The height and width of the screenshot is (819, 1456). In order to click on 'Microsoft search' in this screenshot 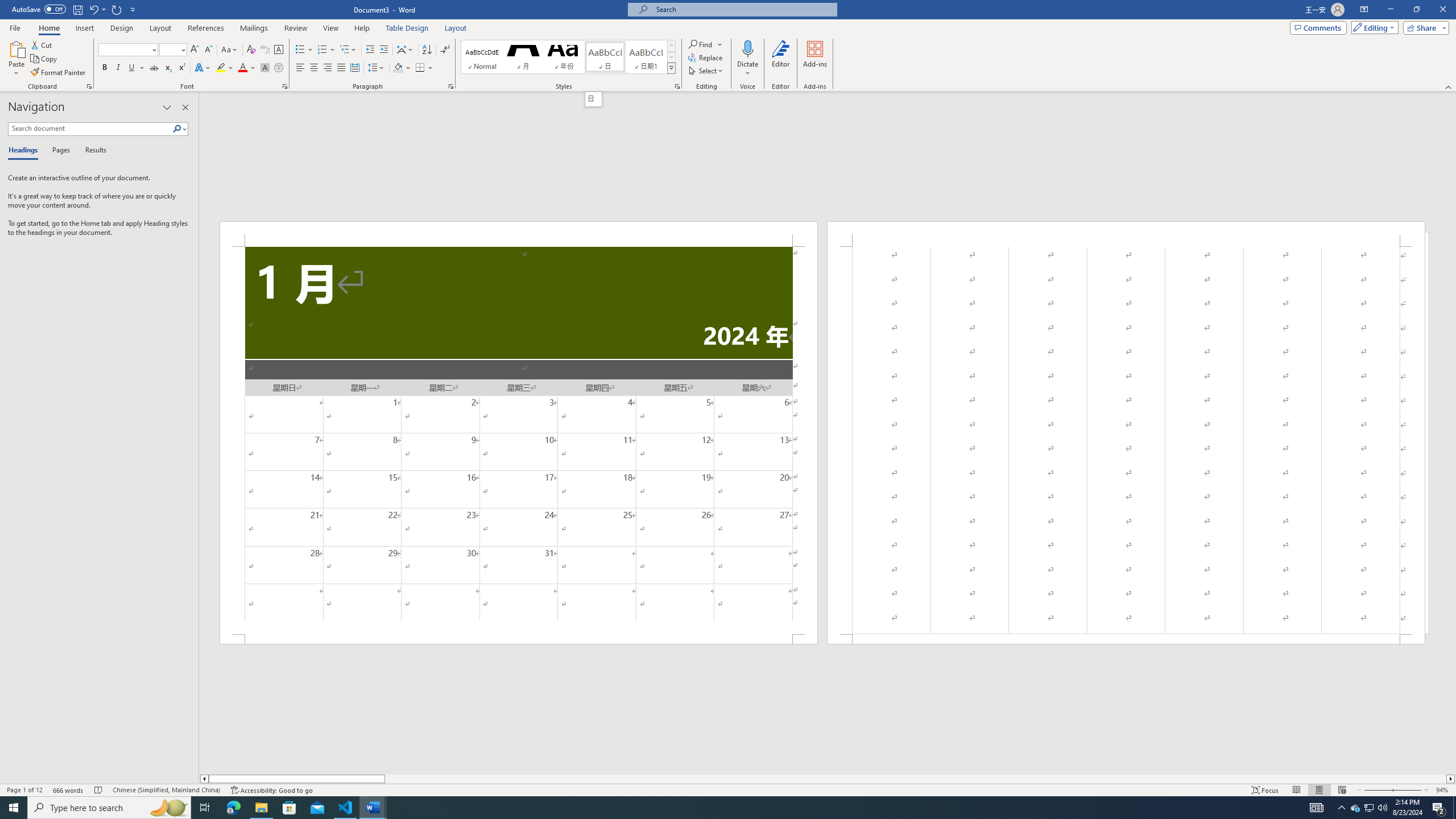, I will do `click(742, 9)`.